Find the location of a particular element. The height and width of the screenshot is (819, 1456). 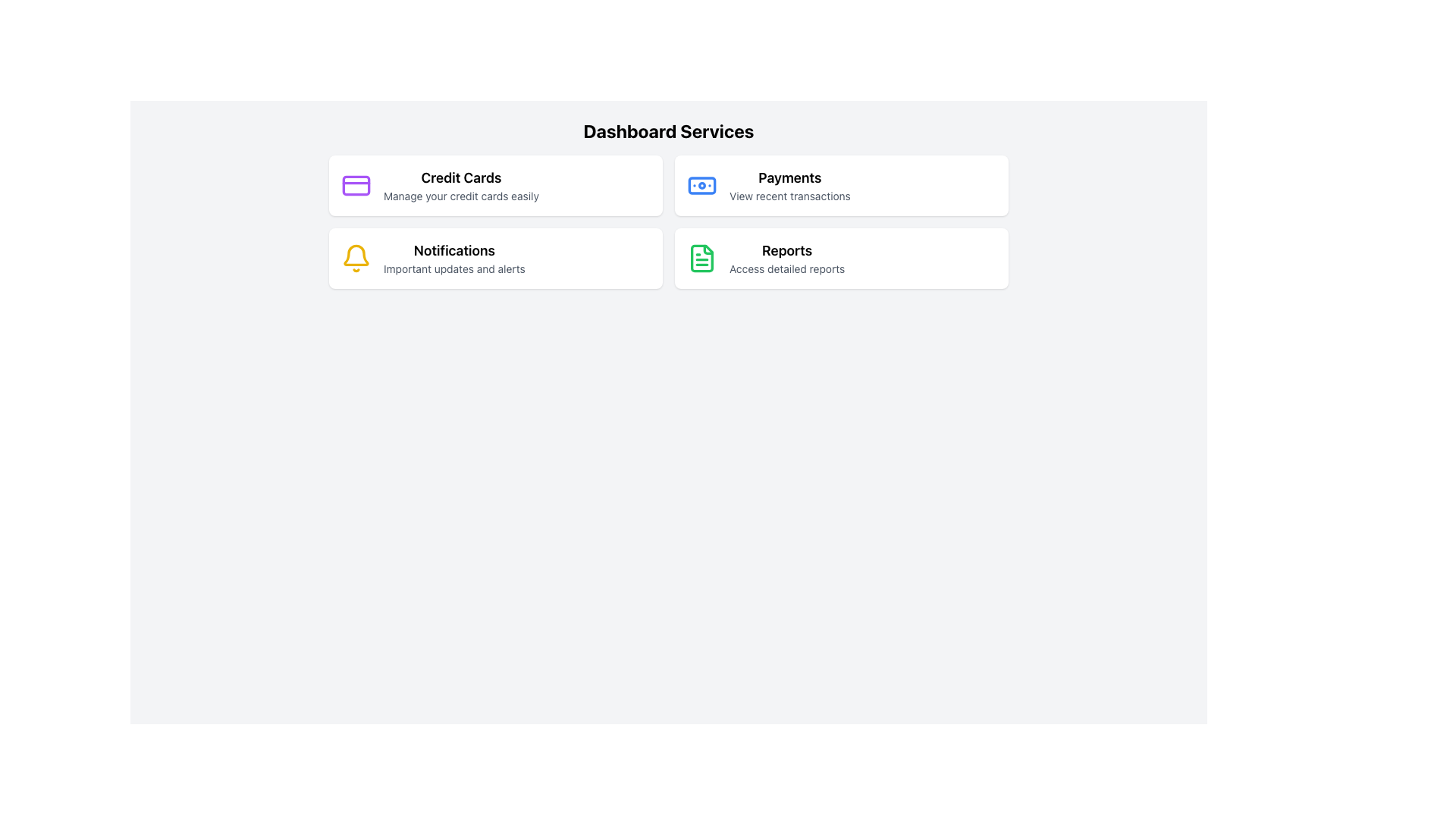

static text label that says 'Manage your credit cards easily', which is located under the bold title 'Credit Cards' in the left column of the grid layout is located at coordinates (460, 195).